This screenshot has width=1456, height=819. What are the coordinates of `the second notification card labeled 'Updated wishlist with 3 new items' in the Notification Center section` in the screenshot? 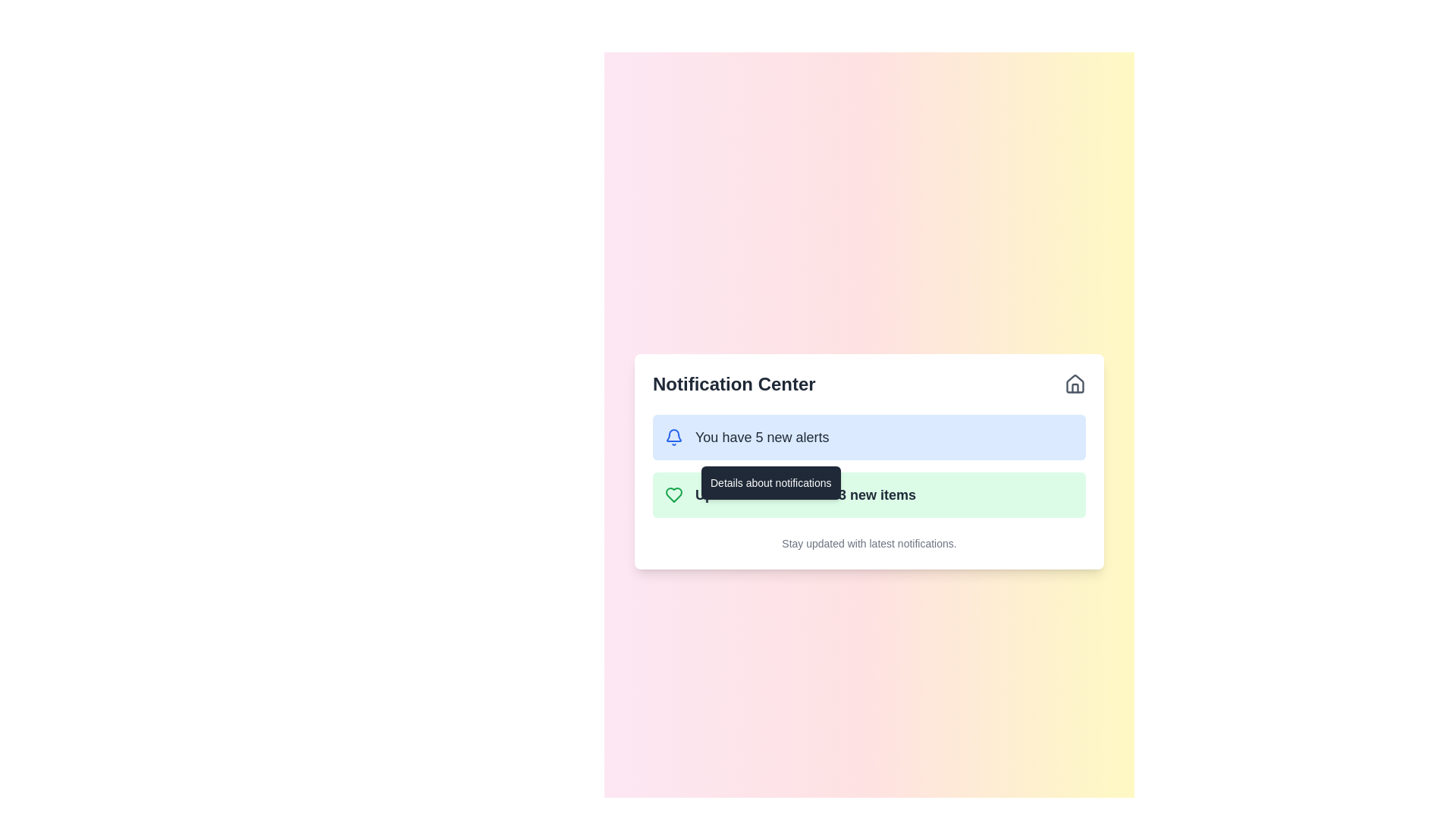 It's located at (869, 465).